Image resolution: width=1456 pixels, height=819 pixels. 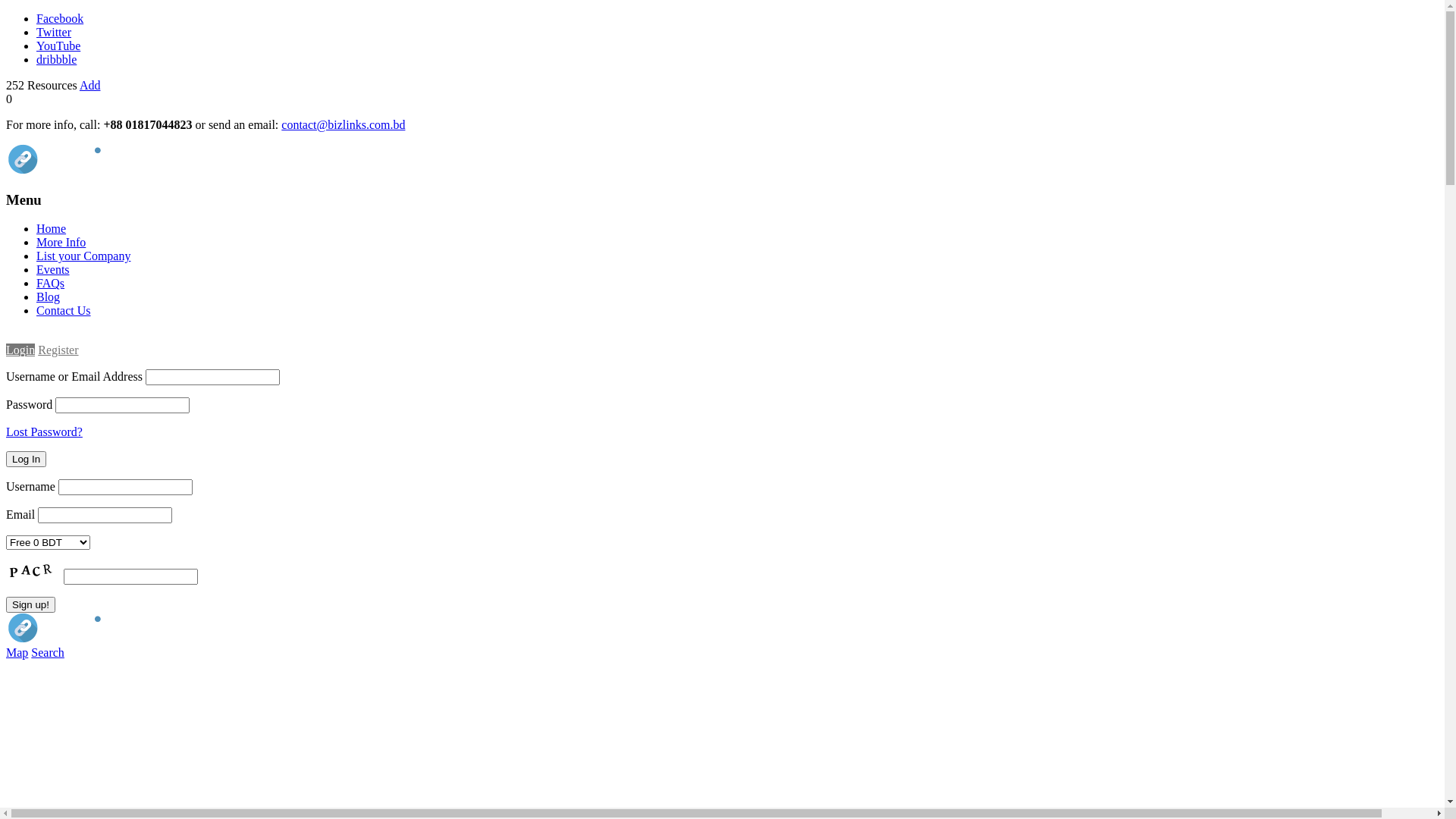 What do you see at coordinates (36, 241) in the screenshot?
I see `'More Info'` at bounding box center [36, 241].